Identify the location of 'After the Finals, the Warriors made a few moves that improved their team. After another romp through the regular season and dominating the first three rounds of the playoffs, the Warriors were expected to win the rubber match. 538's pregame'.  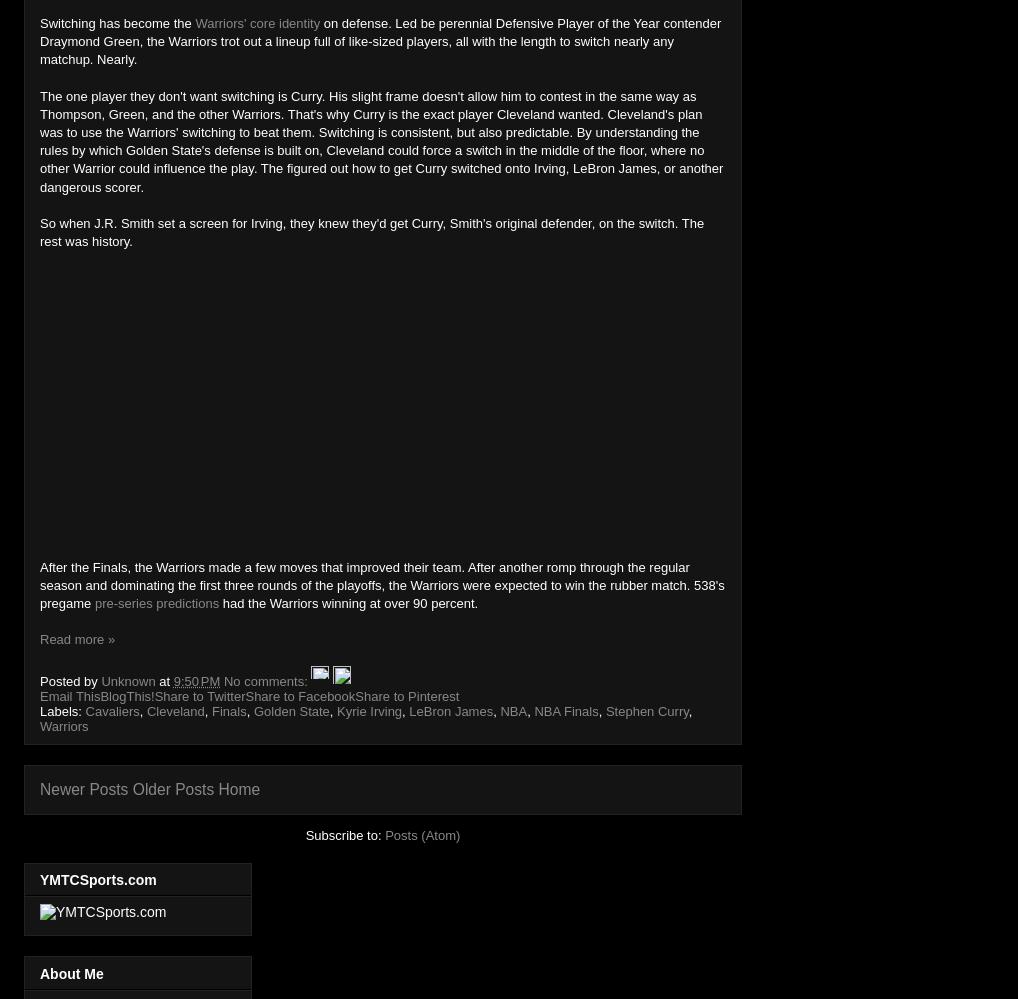
(381, 585).